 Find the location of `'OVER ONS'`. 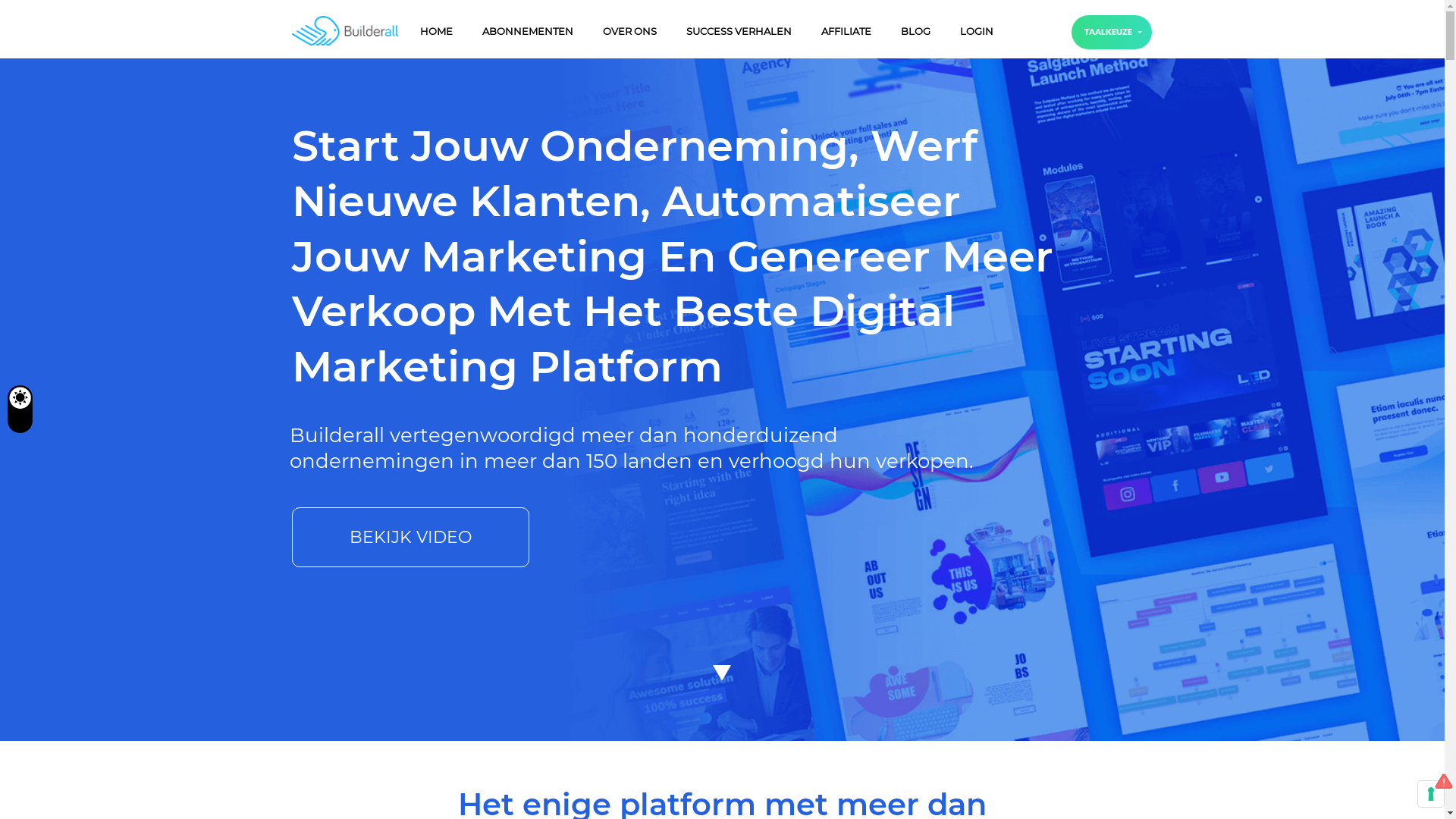

'OVER ONS' is located at coordinates (629, 31).